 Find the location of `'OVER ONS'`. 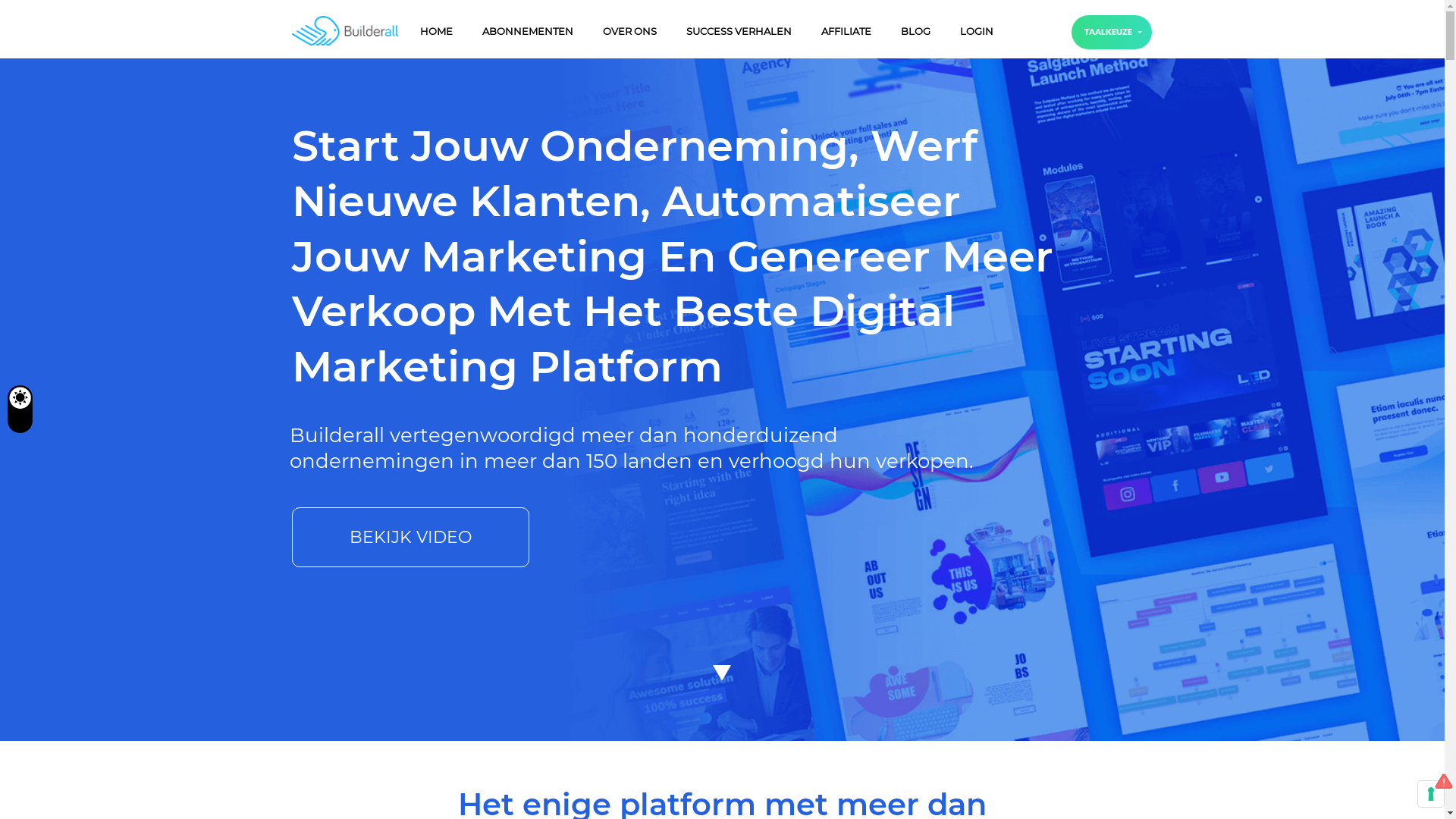

'OVER ONS' is located at coordinates (629, 31).